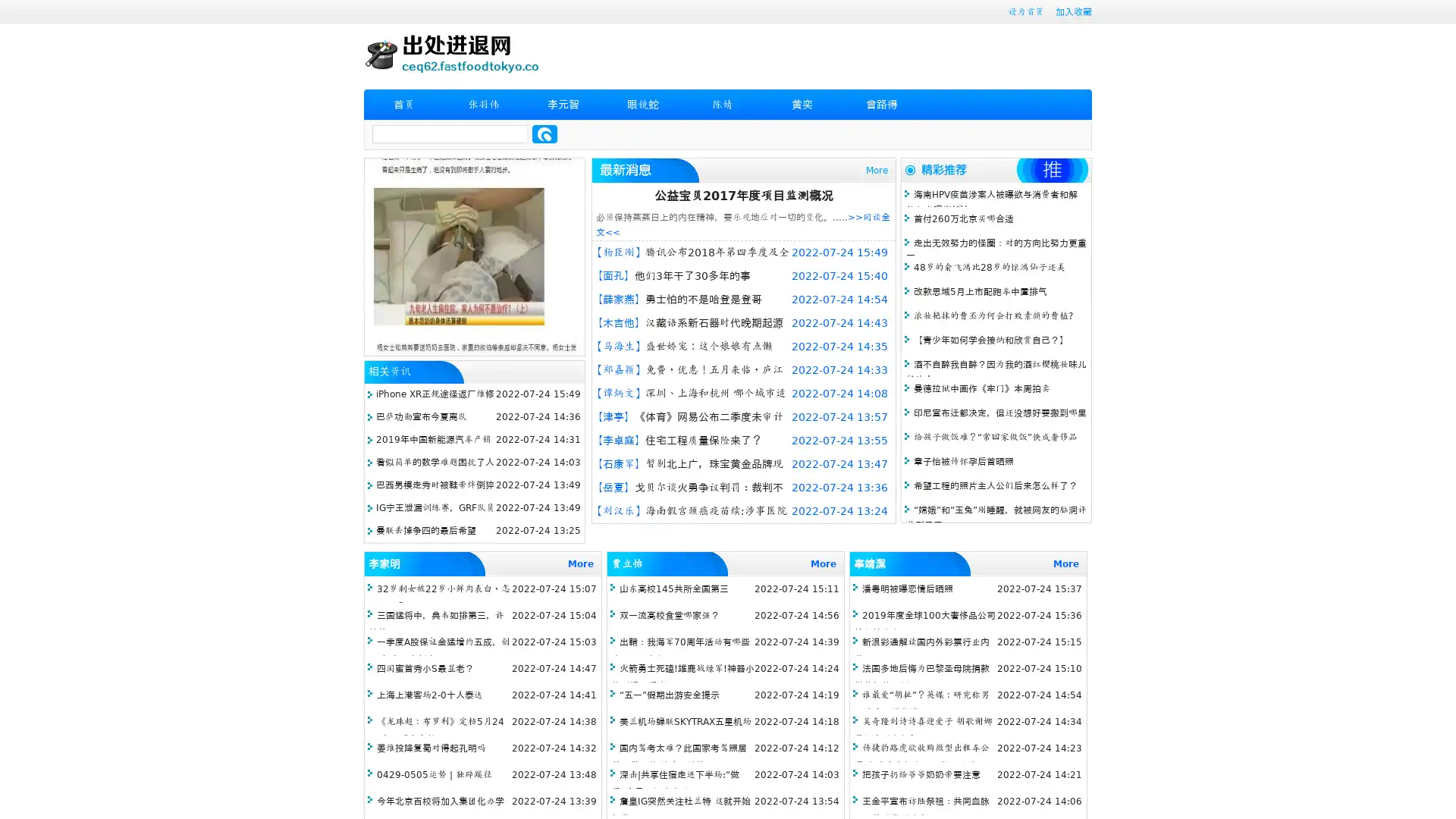  What do you see at coordinates (544, 133) in the screenshot?
I see `Search` at bounding box center [544, 133].